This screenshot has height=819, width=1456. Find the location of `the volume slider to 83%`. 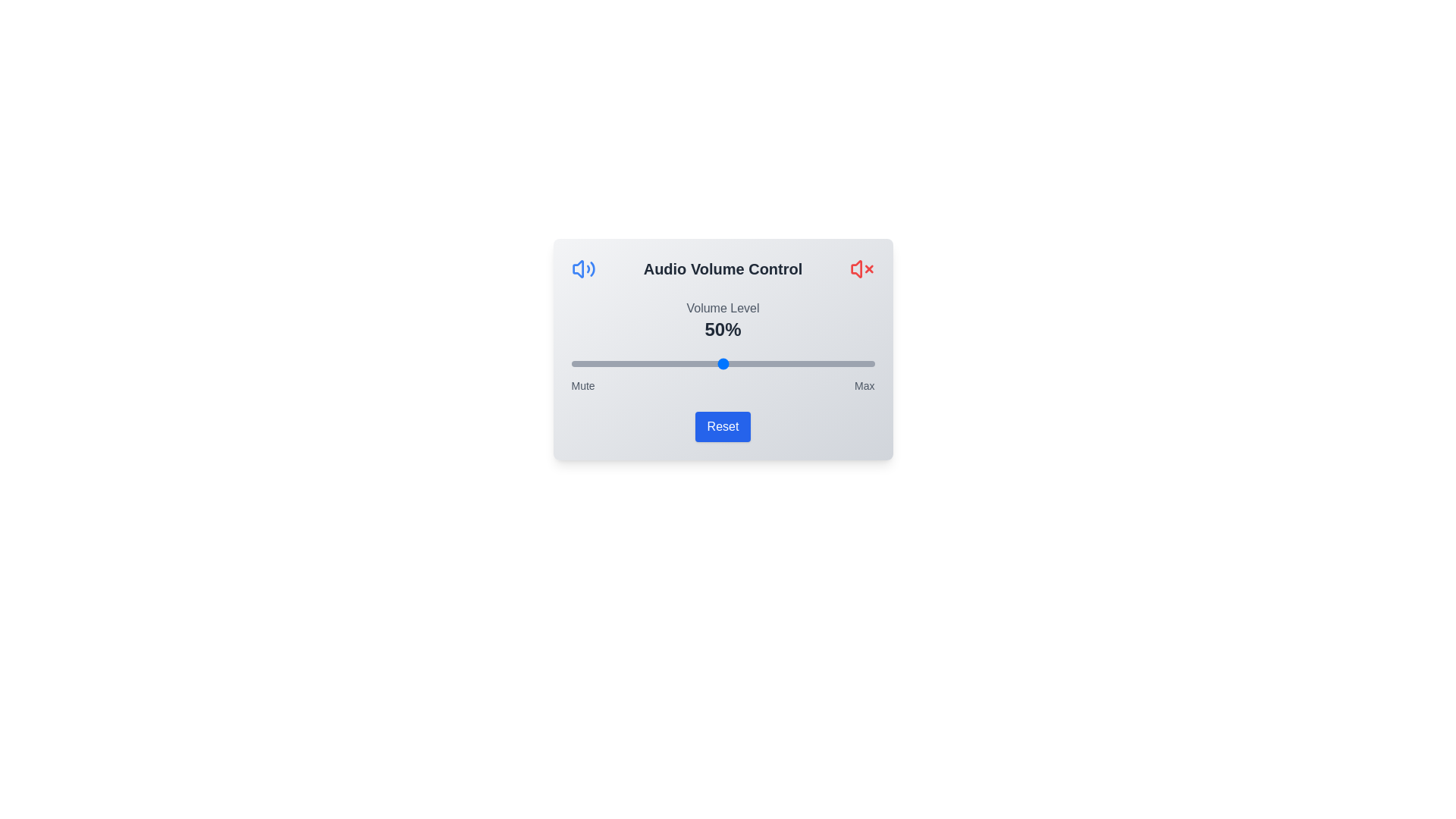

the volume slider to 83% is located at coordinates (822, 363).